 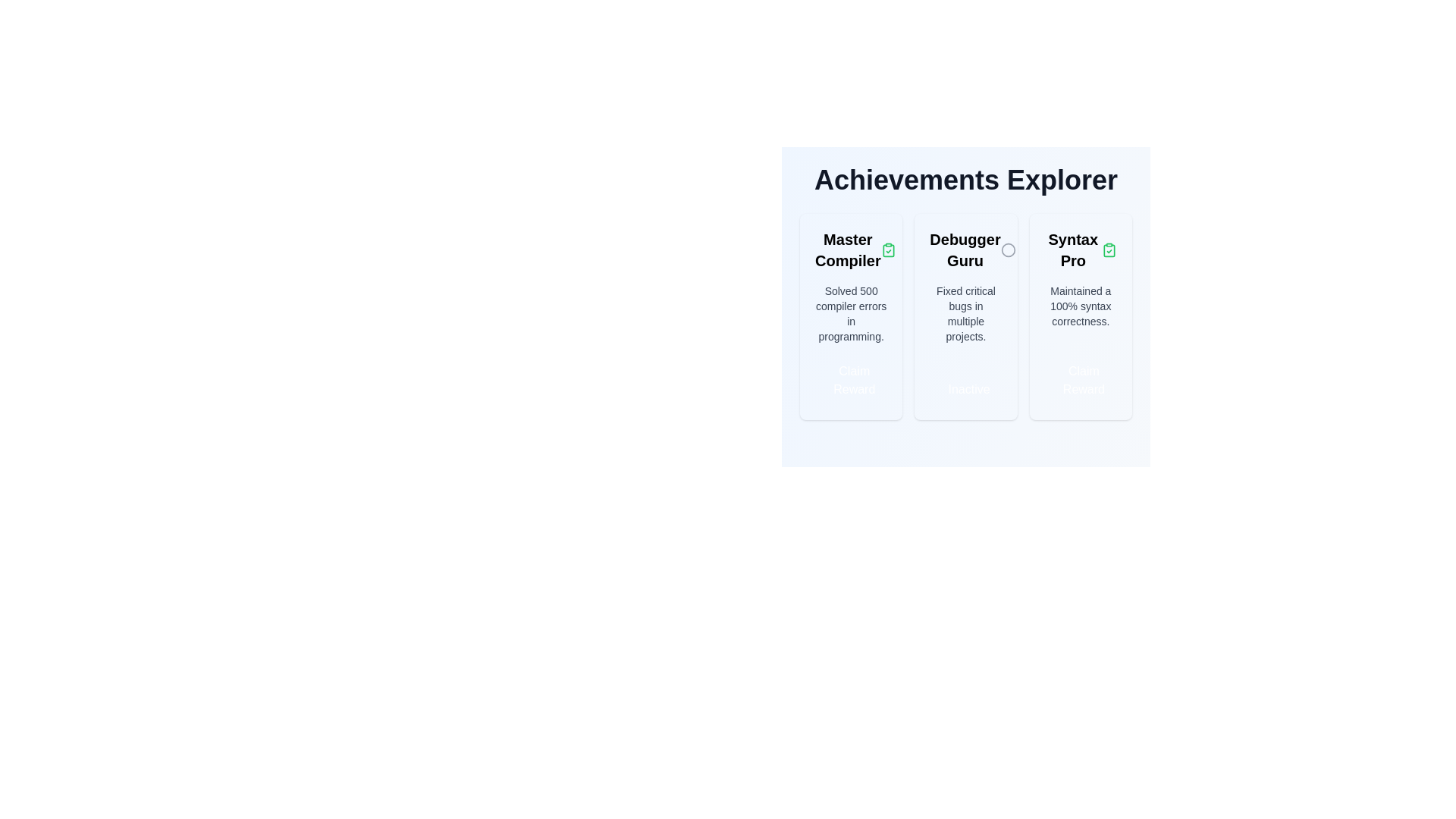 I want to click on the text label displaying 'Master Compiler' which is styled in bold and larger font within the 'Achievements Explorer' section, so click(x=847, y=249).